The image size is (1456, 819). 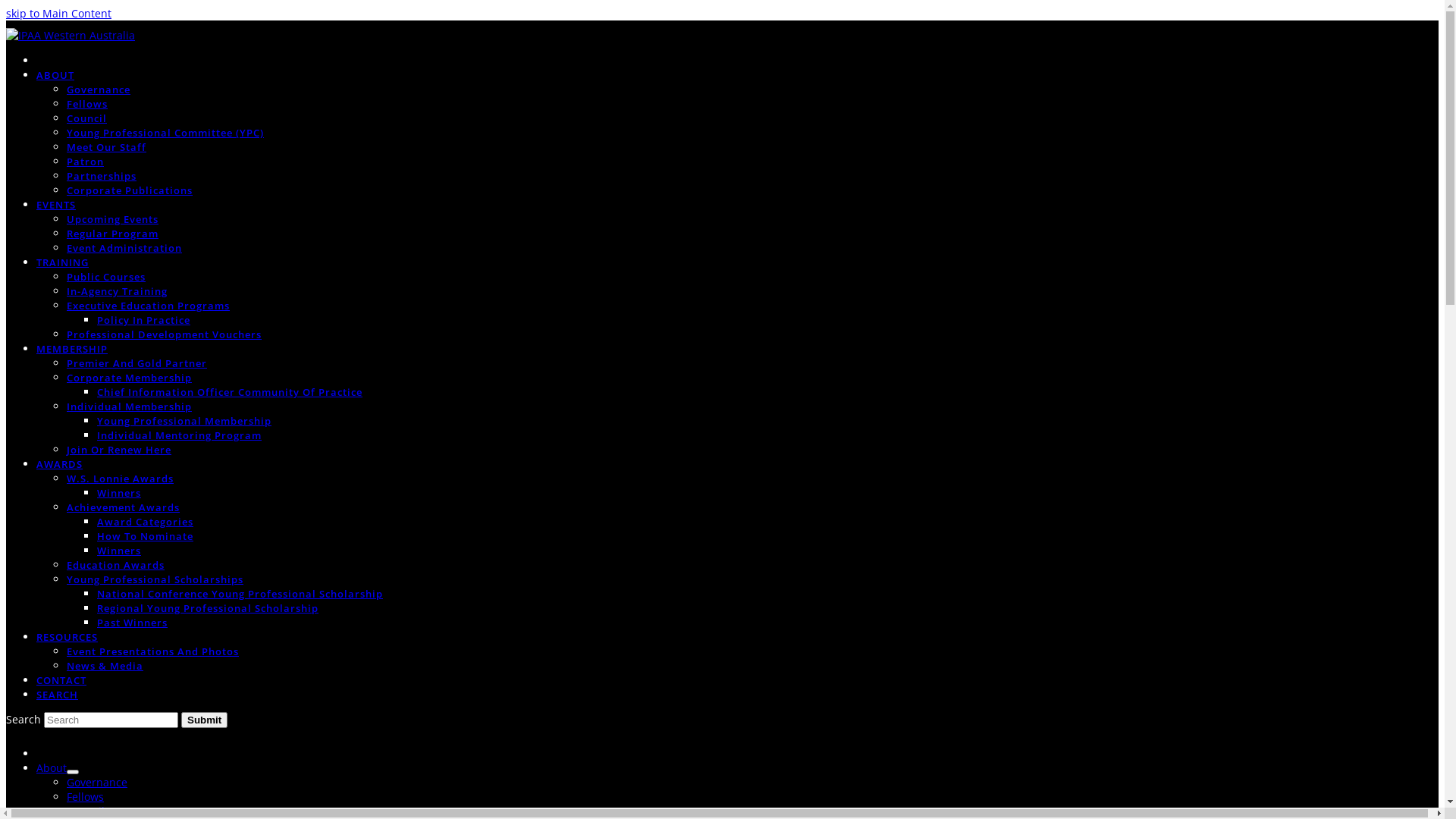 What do you see at coordinates (71, 348) in the screenshot?
I see `'MEMBERSHIP'` at bounding box center [71, 348].